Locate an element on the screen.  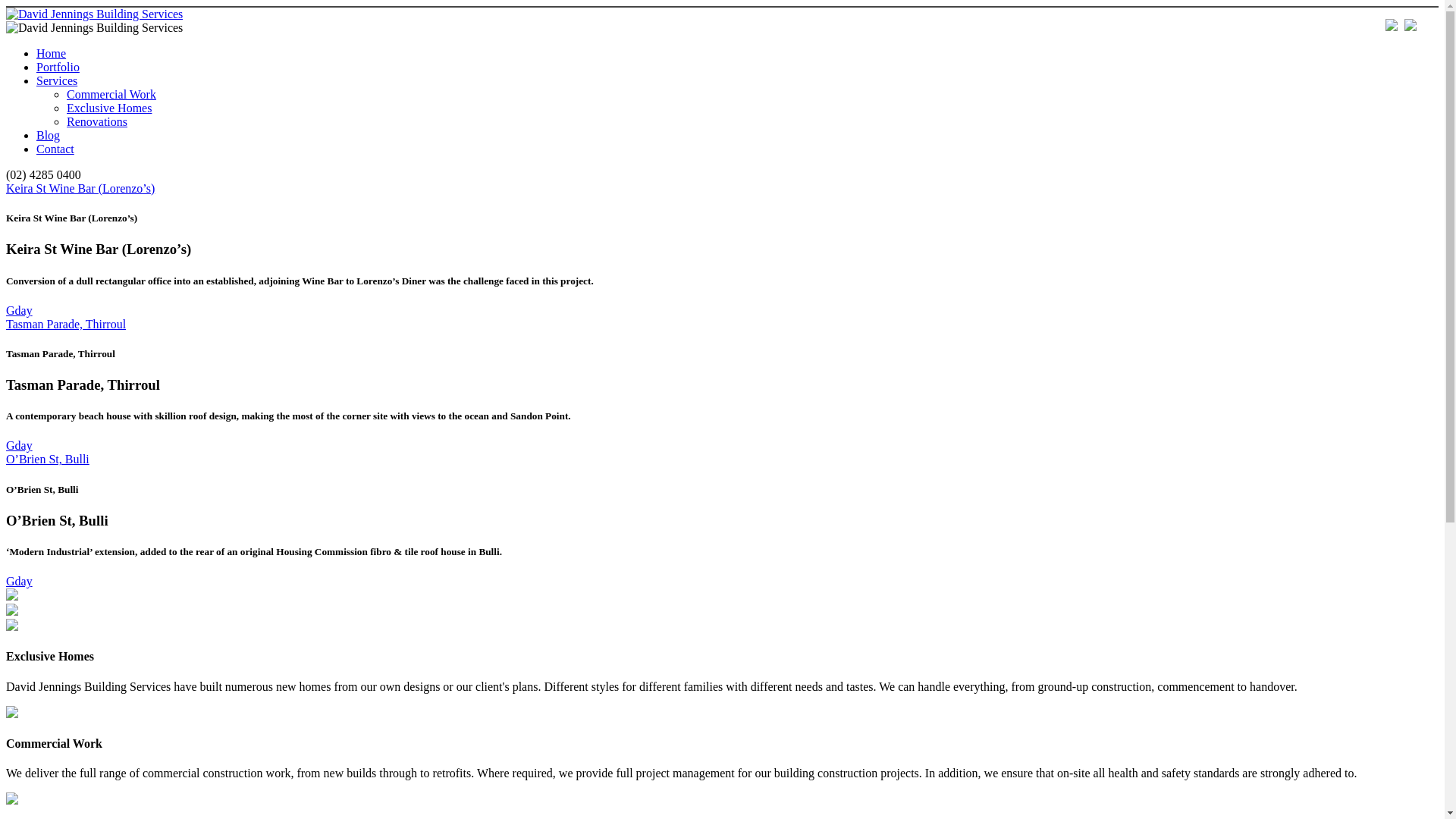
'Gday' is located at coordinates (19, 309).